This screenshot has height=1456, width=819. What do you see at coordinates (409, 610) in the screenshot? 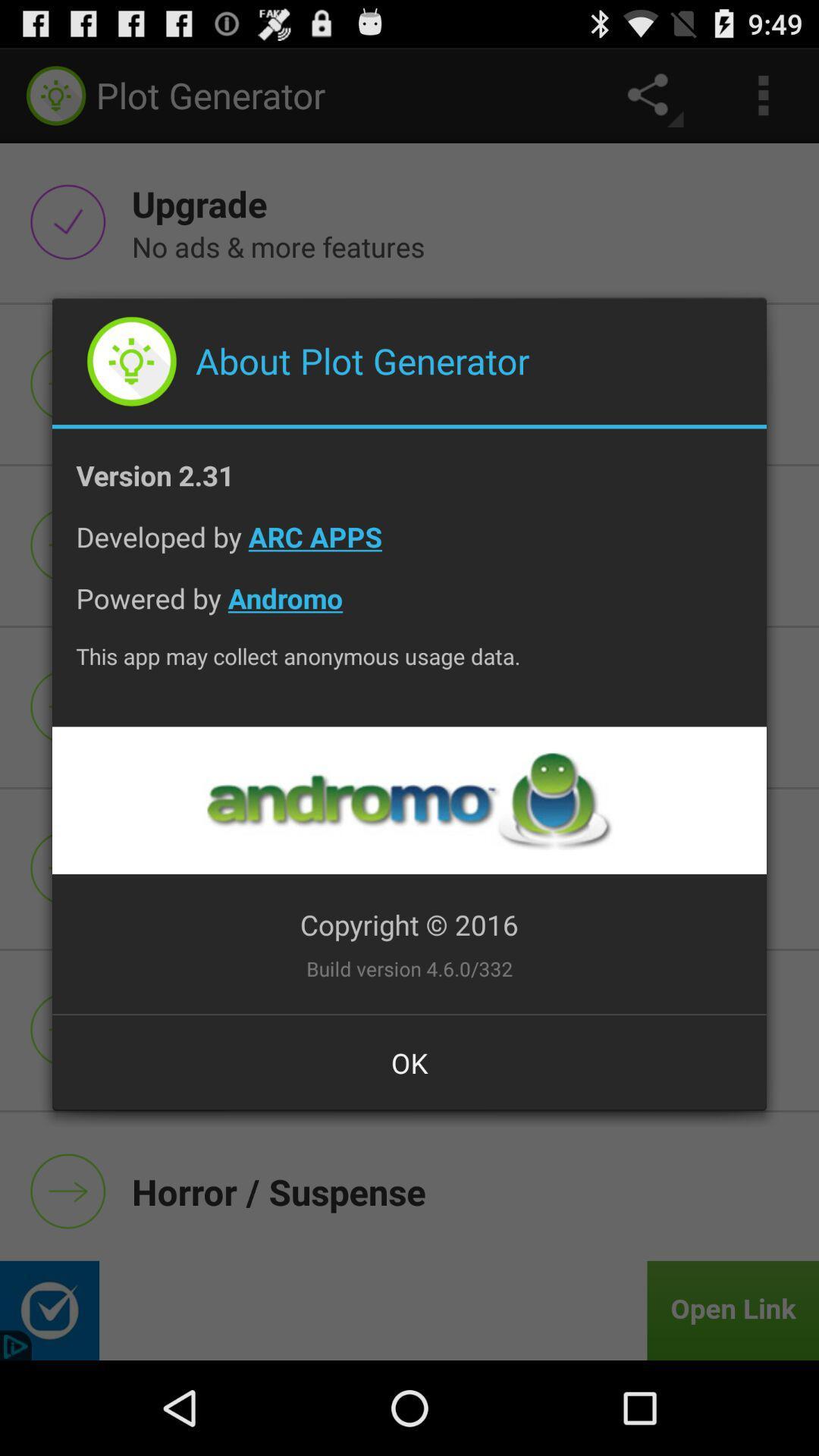
I see `the powered by andromo icon` at bounding box center [409, 610].